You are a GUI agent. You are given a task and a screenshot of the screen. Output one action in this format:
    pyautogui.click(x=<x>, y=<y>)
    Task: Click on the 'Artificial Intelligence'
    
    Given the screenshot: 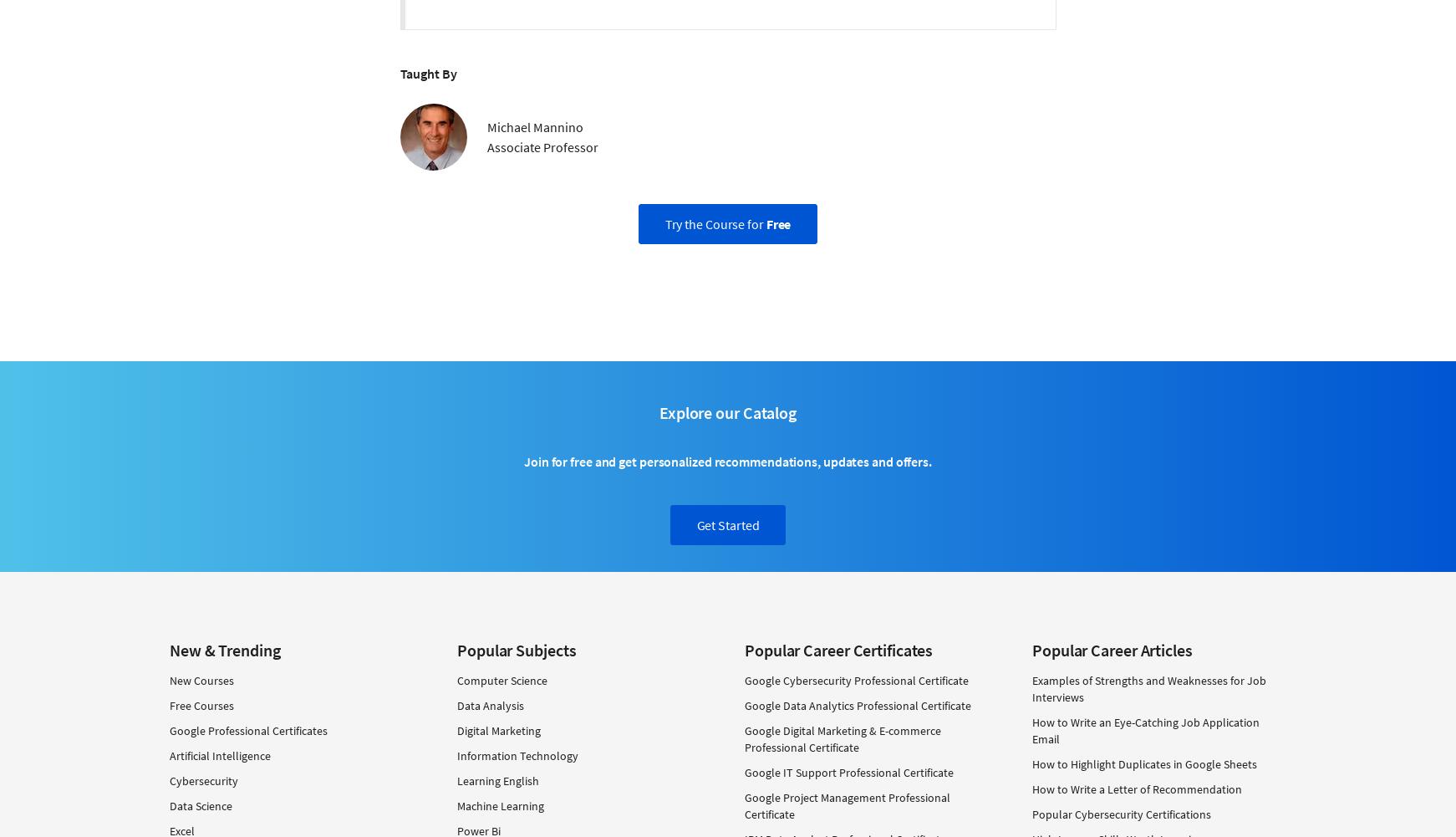 What is the action you would take?
    pyautogui.click(x=169, y=756)
    